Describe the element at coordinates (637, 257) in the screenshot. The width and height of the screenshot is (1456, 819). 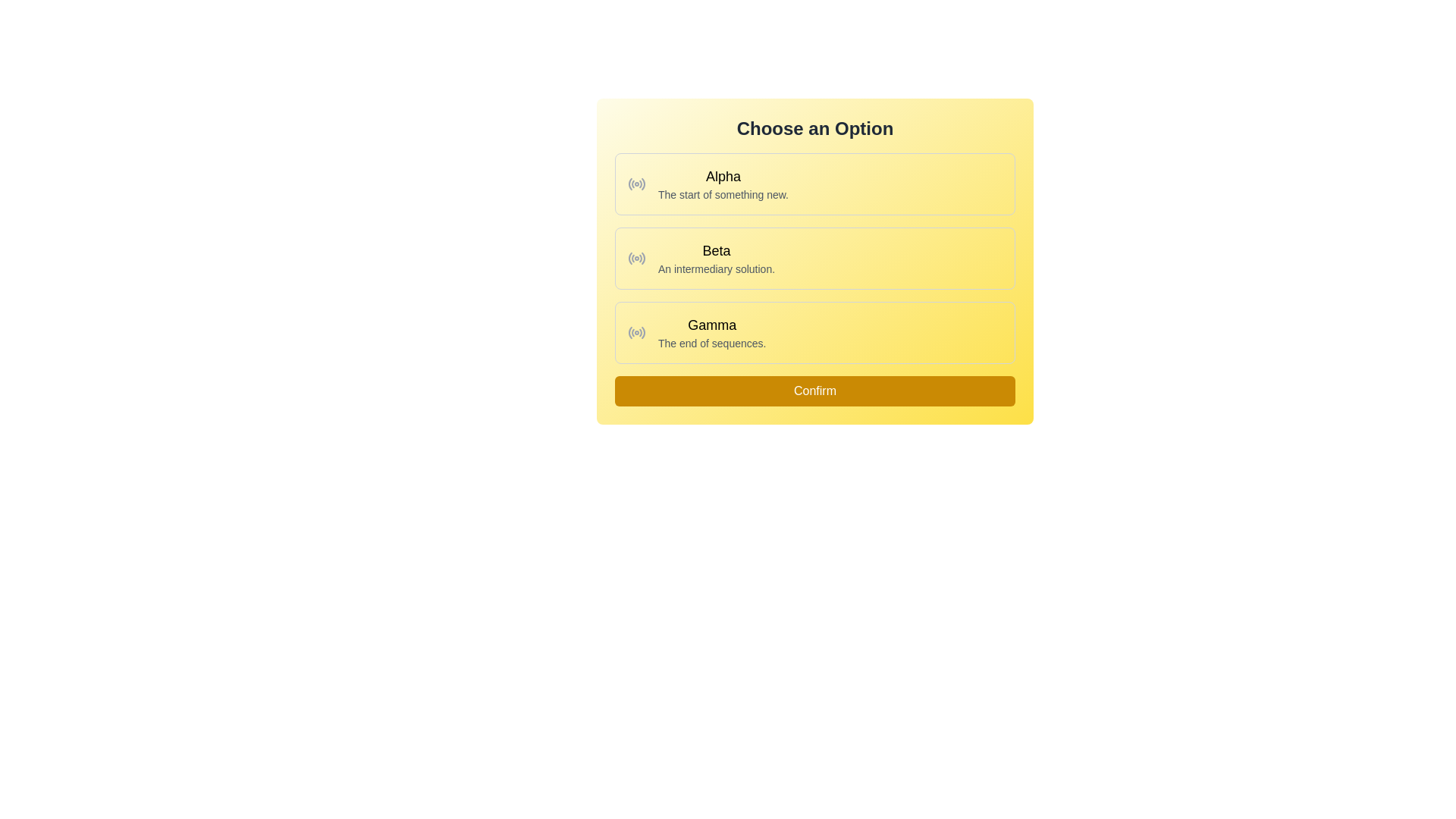
I see `the radio button styled as a circular outline with a dot in the center, located alongside the text 'Beta' in the second list option of the select menu` at that location.